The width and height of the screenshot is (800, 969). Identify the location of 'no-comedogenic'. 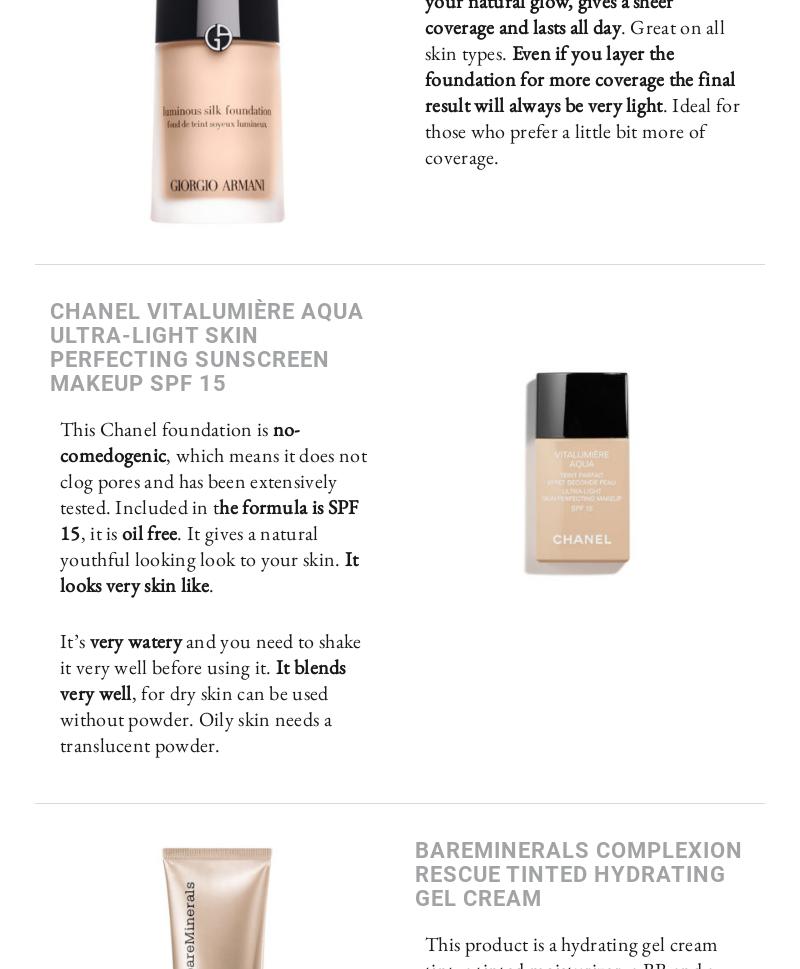
(59, 441).